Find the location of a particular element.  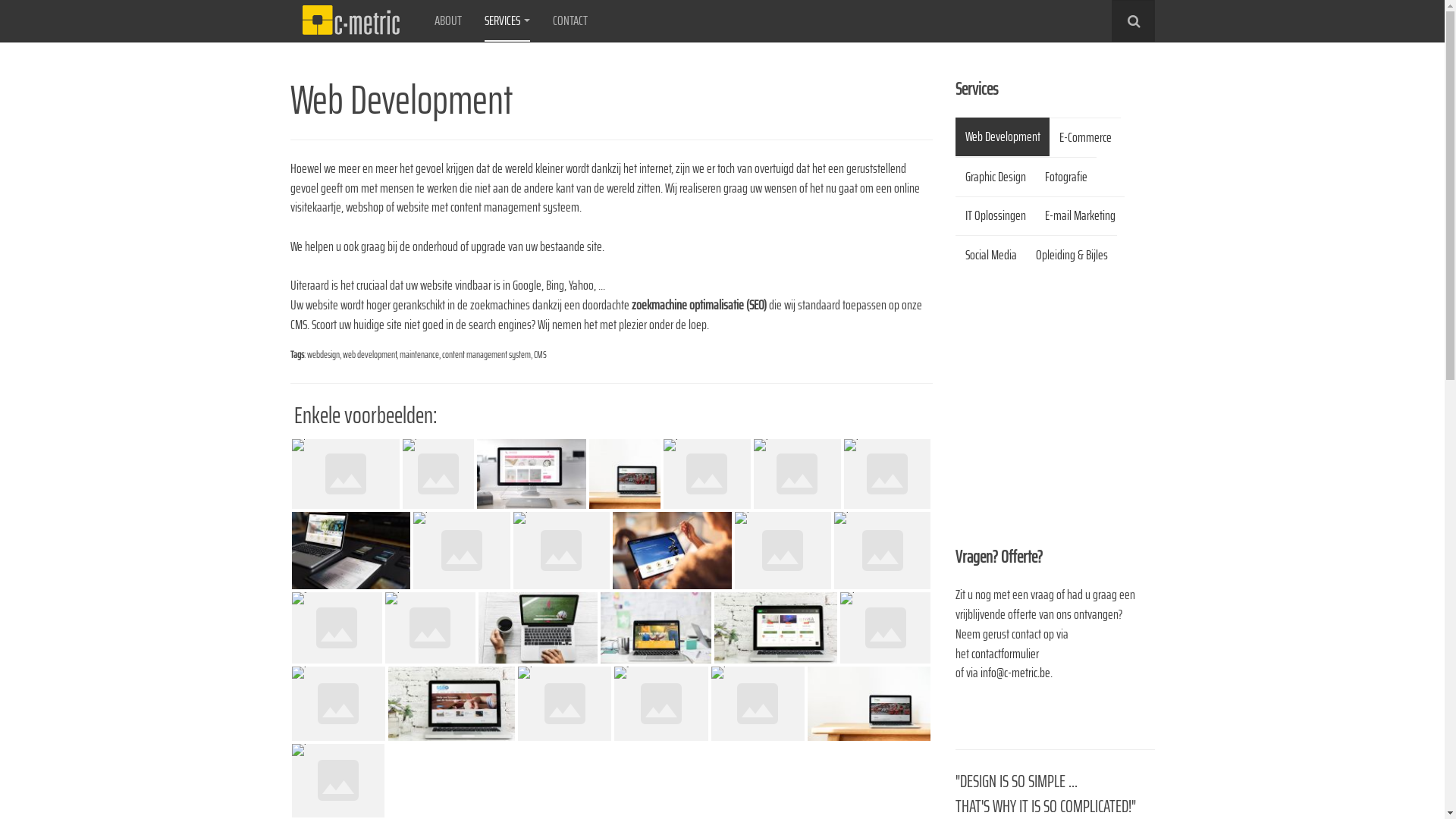

'Social Media' is located at coordinates (990, 254).